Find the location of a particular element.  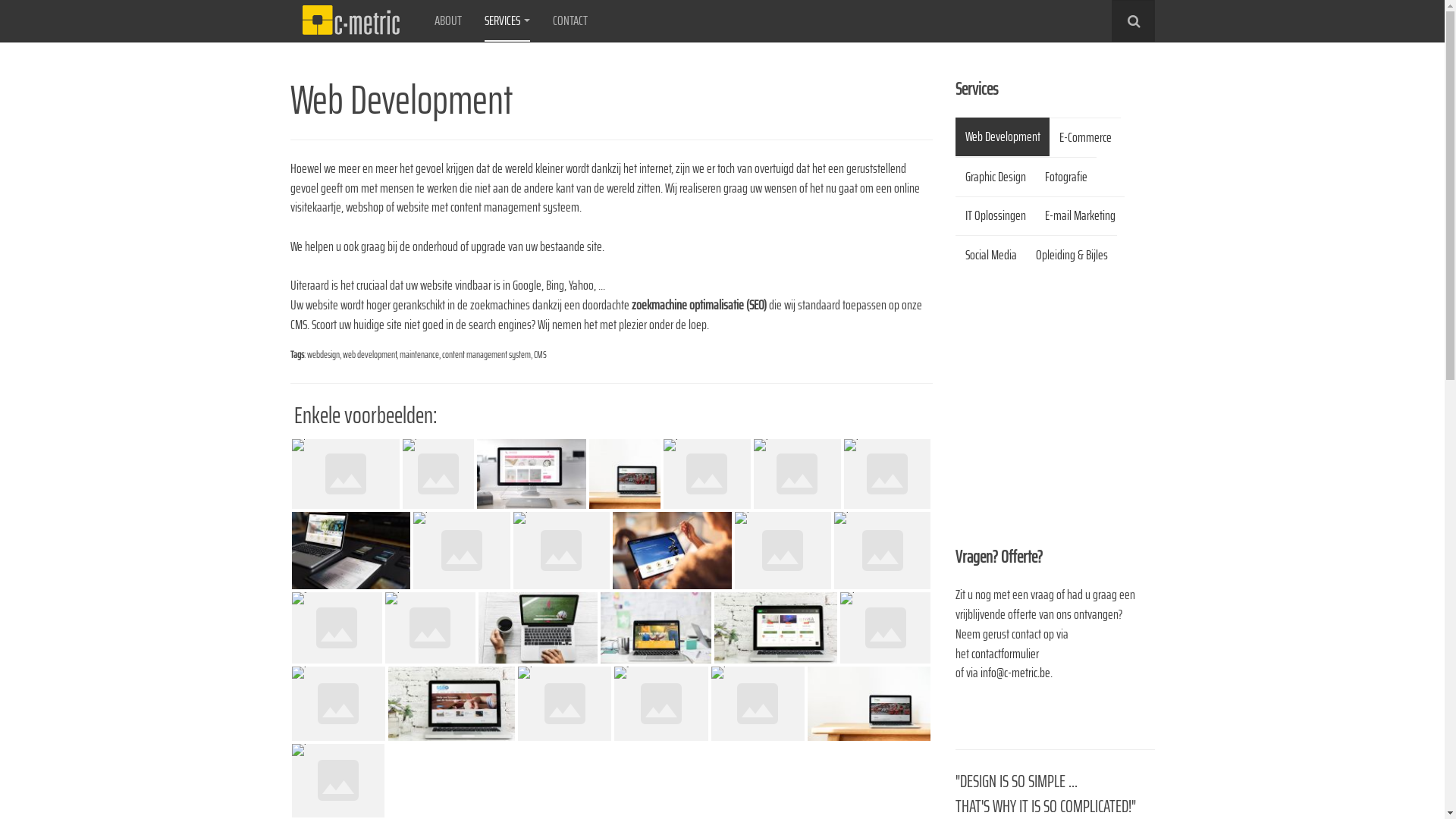

'Social Media' is located at coordinates (990, 254).